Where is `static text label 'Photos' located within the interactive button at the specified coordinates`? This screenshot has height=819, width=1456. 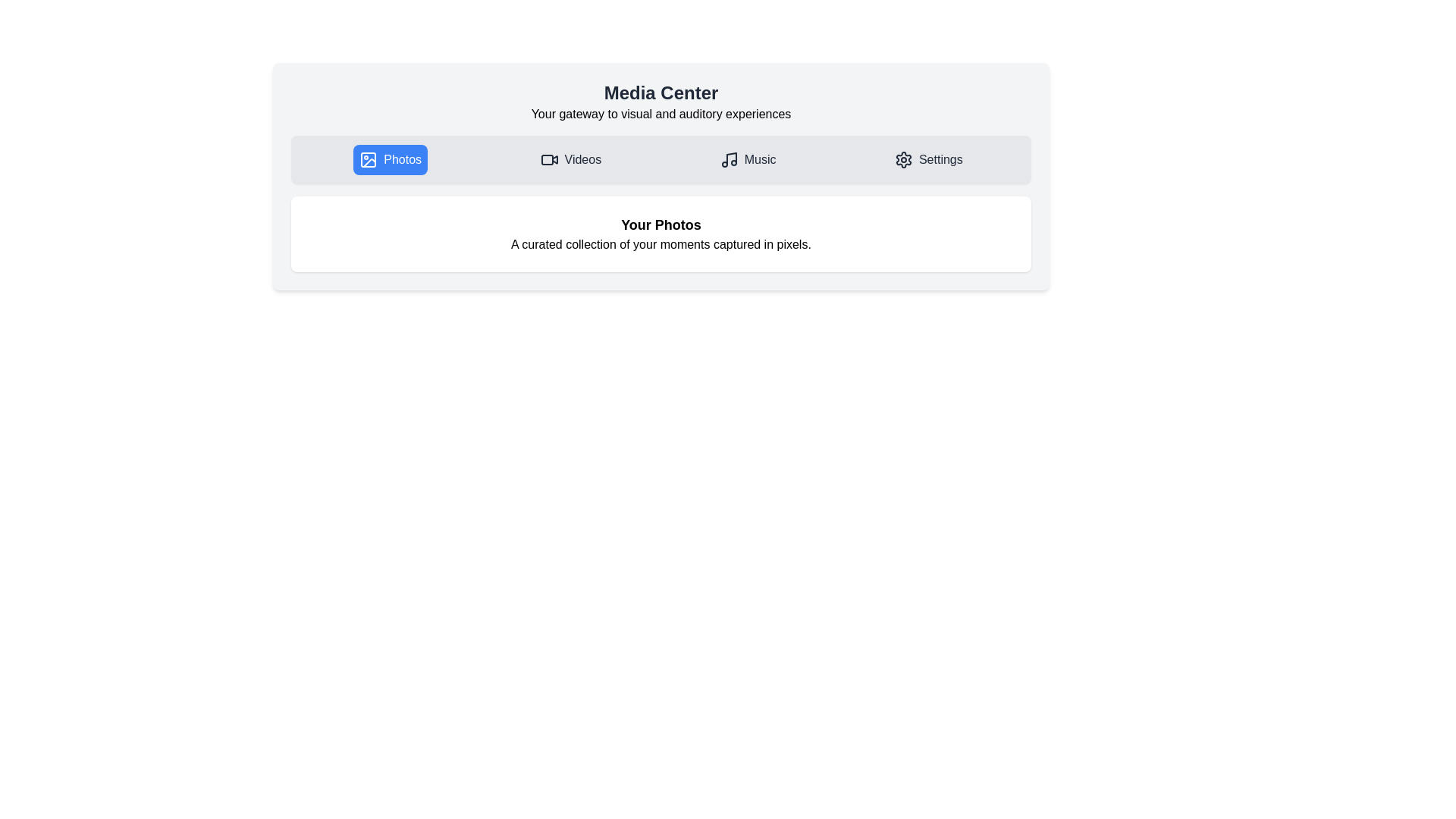
static text label 'Photos' located within the interactive button at the specified coordinates is located at coordinates (403, 160).